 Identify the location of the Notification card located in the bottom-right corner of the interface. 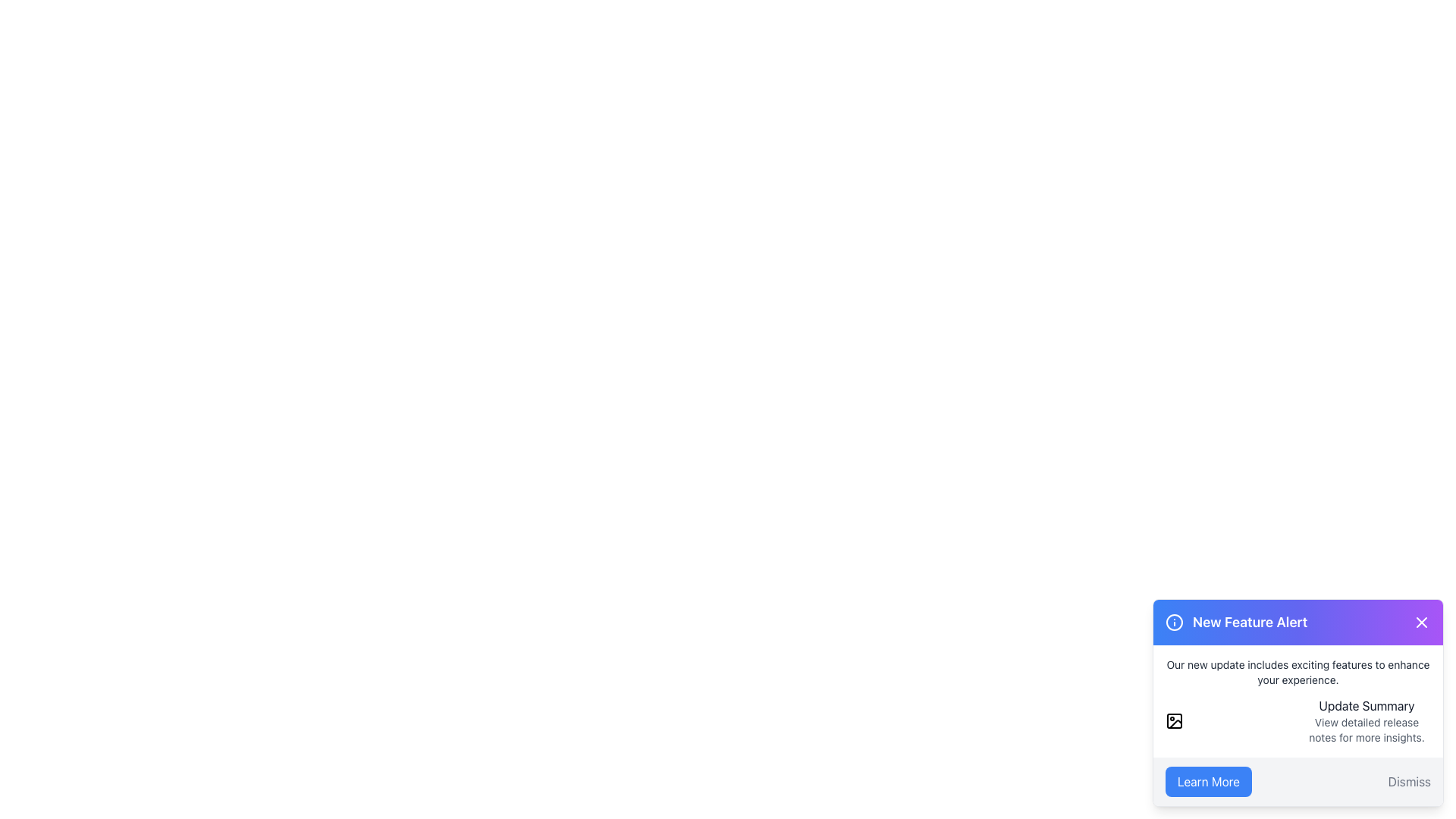
(1298, 702).